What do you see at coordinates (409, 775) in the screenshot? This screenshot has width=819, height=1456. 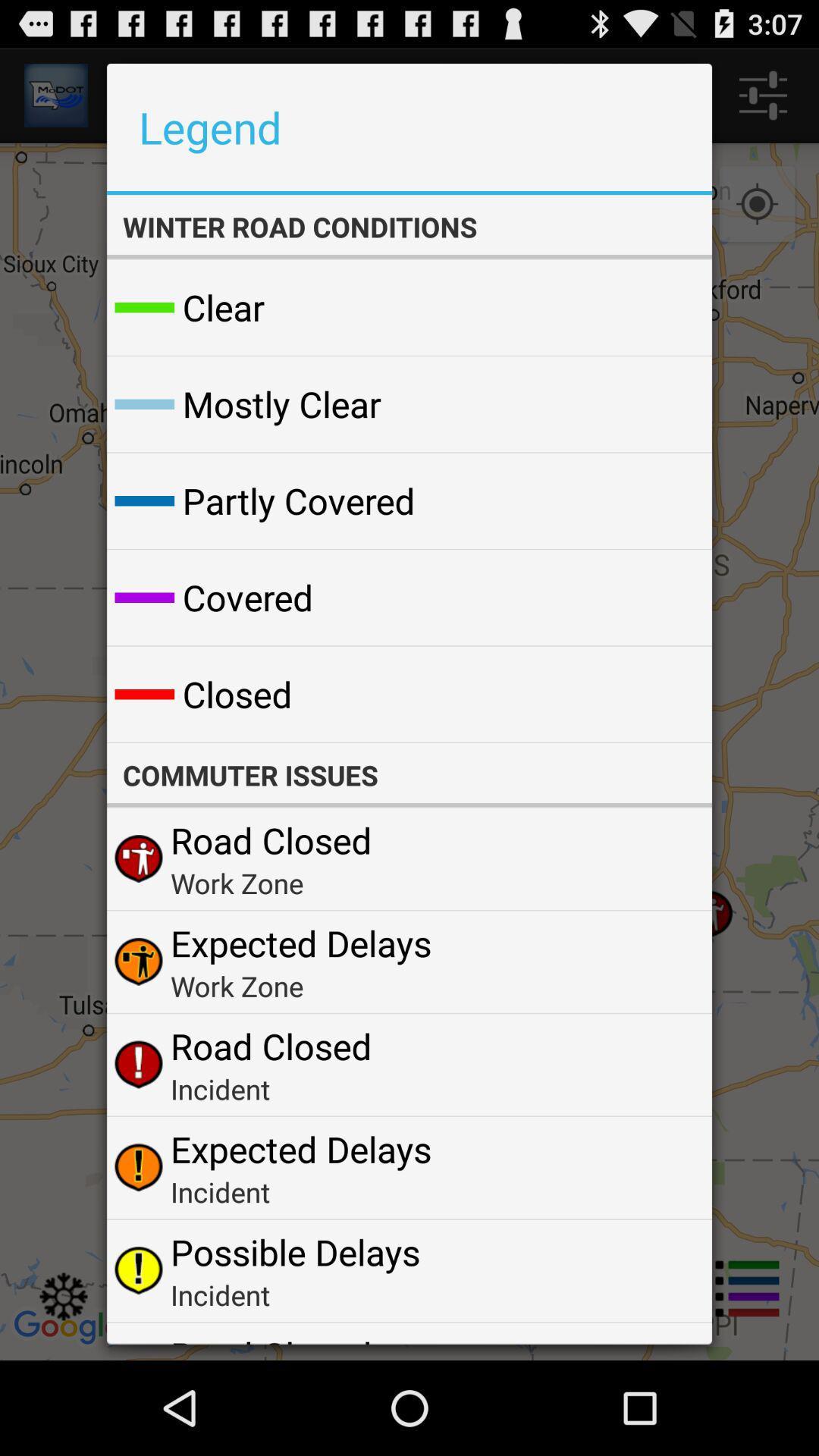 I see `the commuter issues` at bounding box center [409, 775].